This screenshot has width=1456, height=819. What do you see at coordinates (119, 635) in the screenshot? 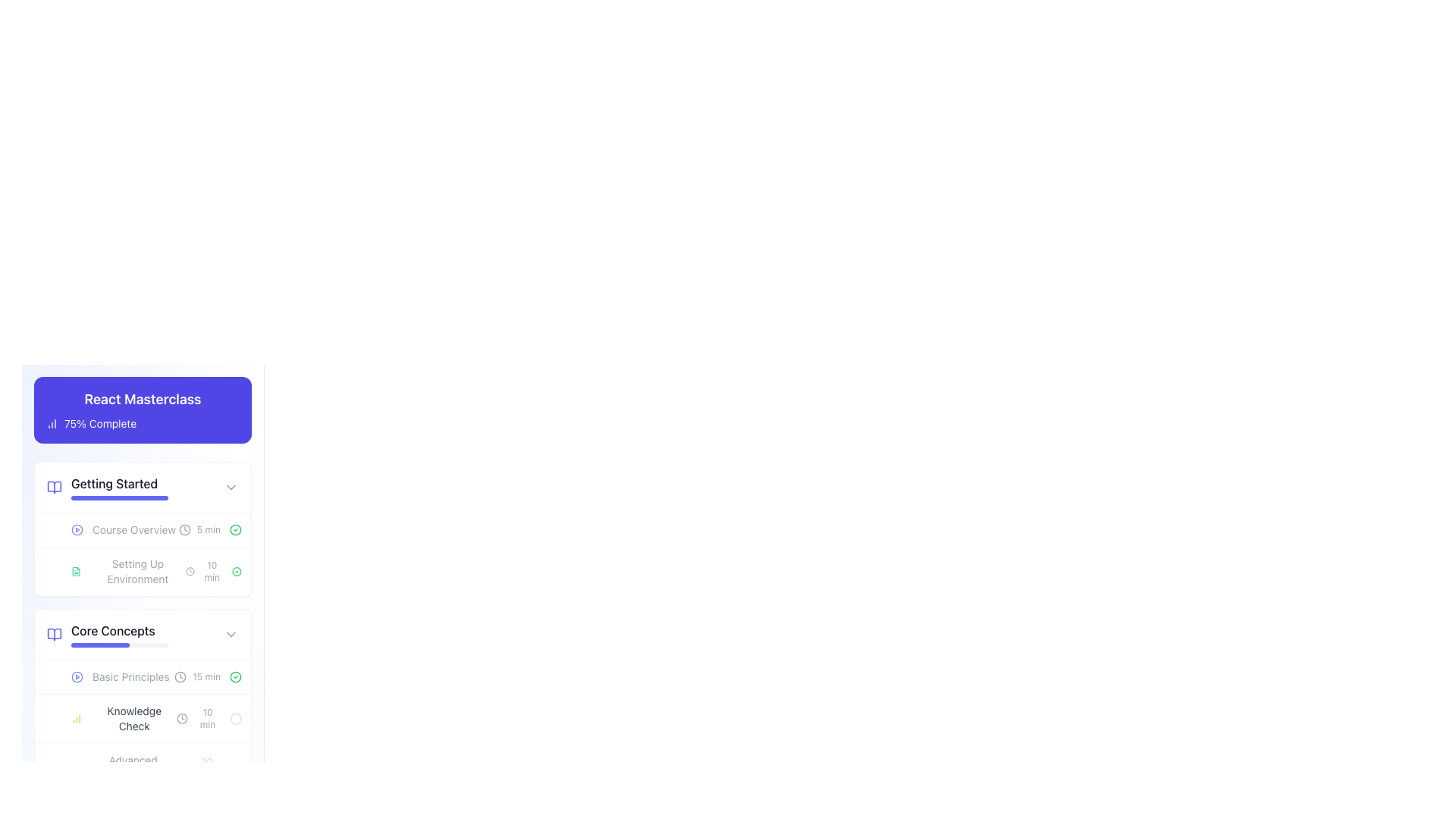
I see `the 'Core Concepts' text label, which is styled with a prominent sans-serif font and located above a purple progress bar in the 'React Masterclass' course module` at bounding box center [119, 635].